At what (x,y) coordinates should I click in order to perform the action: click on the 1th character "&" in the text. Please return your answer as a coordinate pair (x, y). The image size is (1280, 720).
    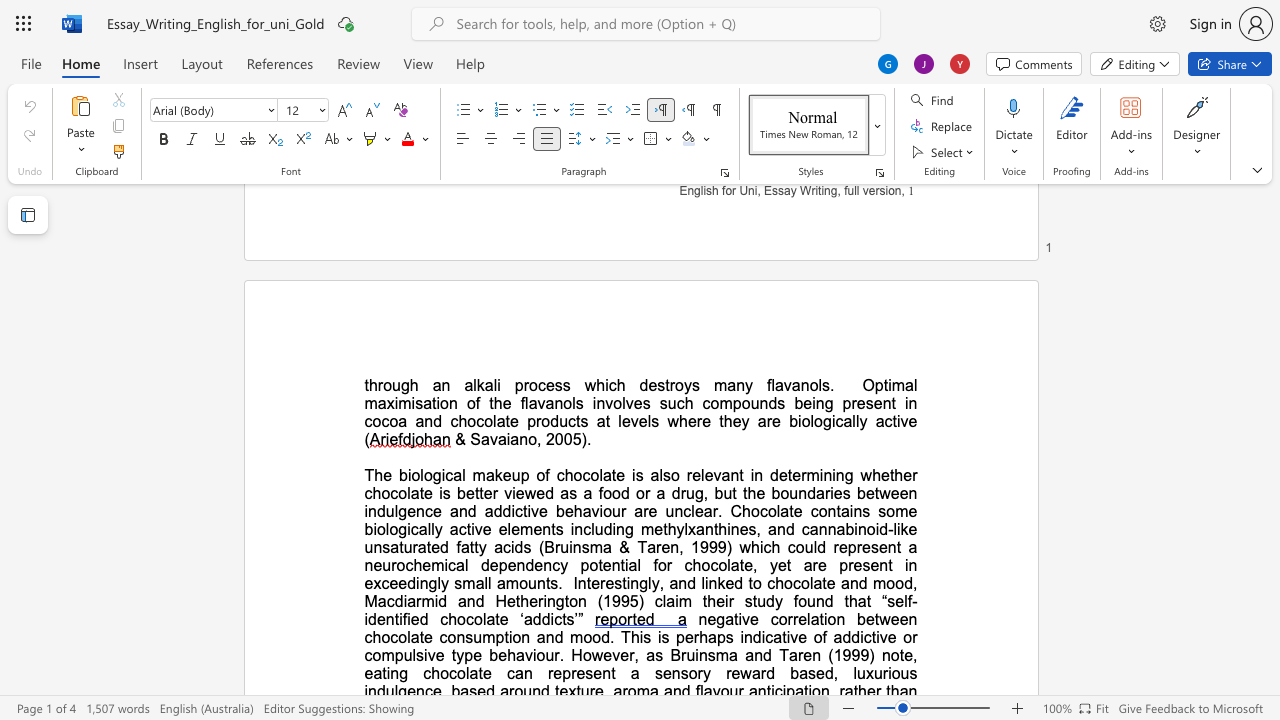
    Looking at the image, I should click on (459, 438).